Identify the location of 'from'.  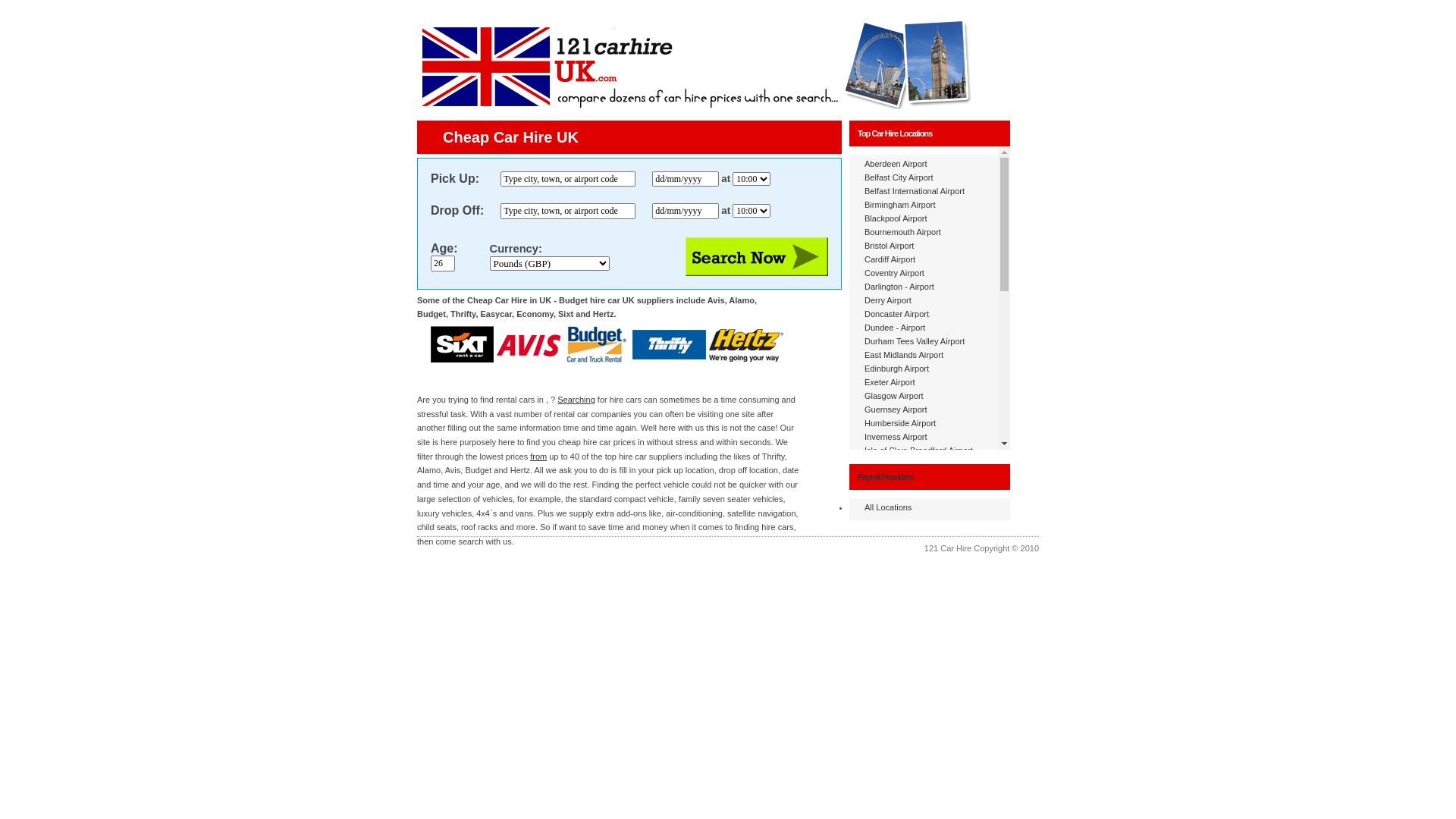
(538, 455).